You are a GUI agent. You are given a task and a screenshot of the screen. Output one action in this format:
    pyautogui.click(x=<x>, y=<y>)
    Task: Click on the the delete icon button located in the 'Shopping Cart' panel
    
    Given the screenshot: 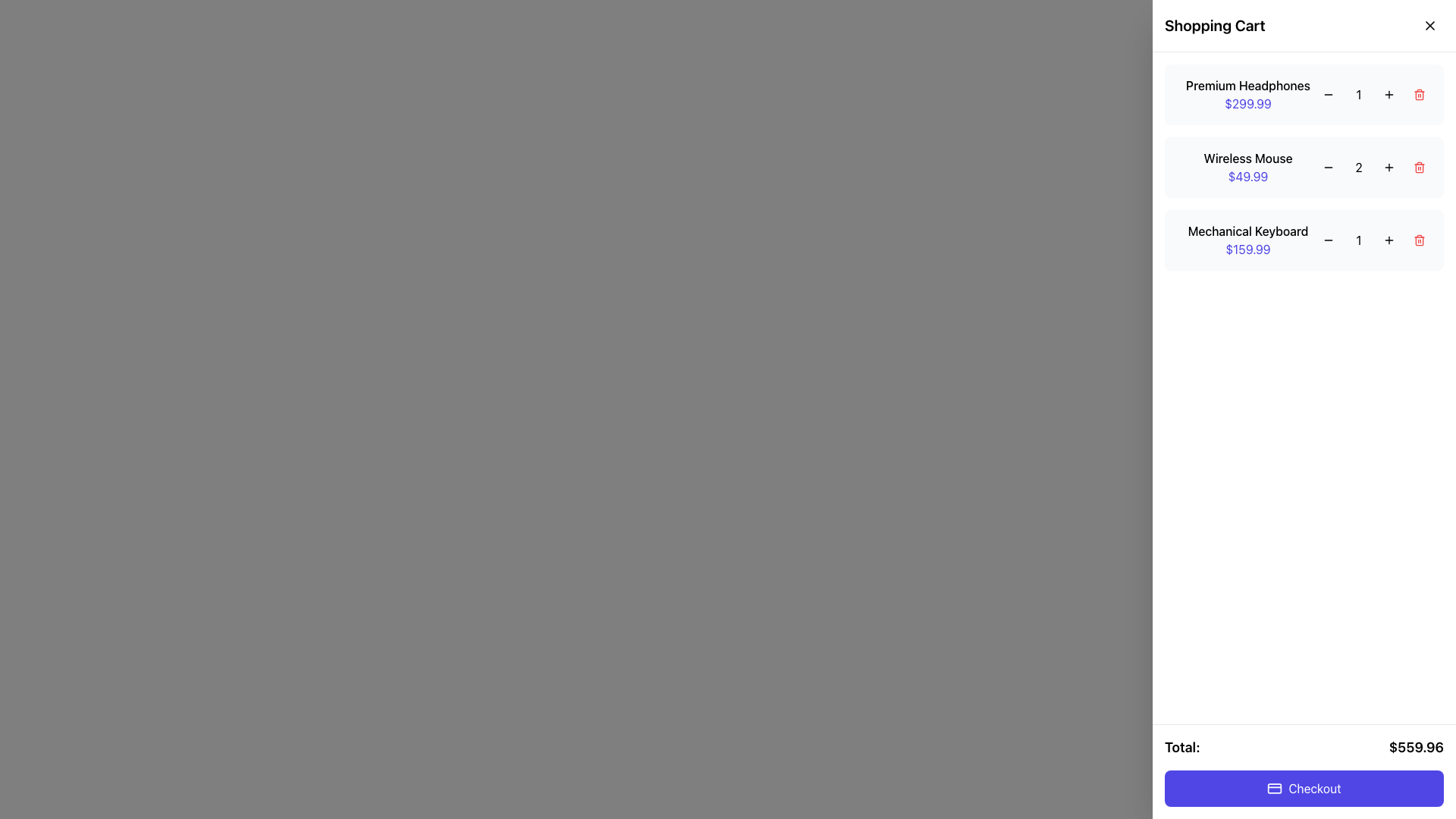 What is the action you would take?
    pyautogui.click(x=1419, y=94)
    